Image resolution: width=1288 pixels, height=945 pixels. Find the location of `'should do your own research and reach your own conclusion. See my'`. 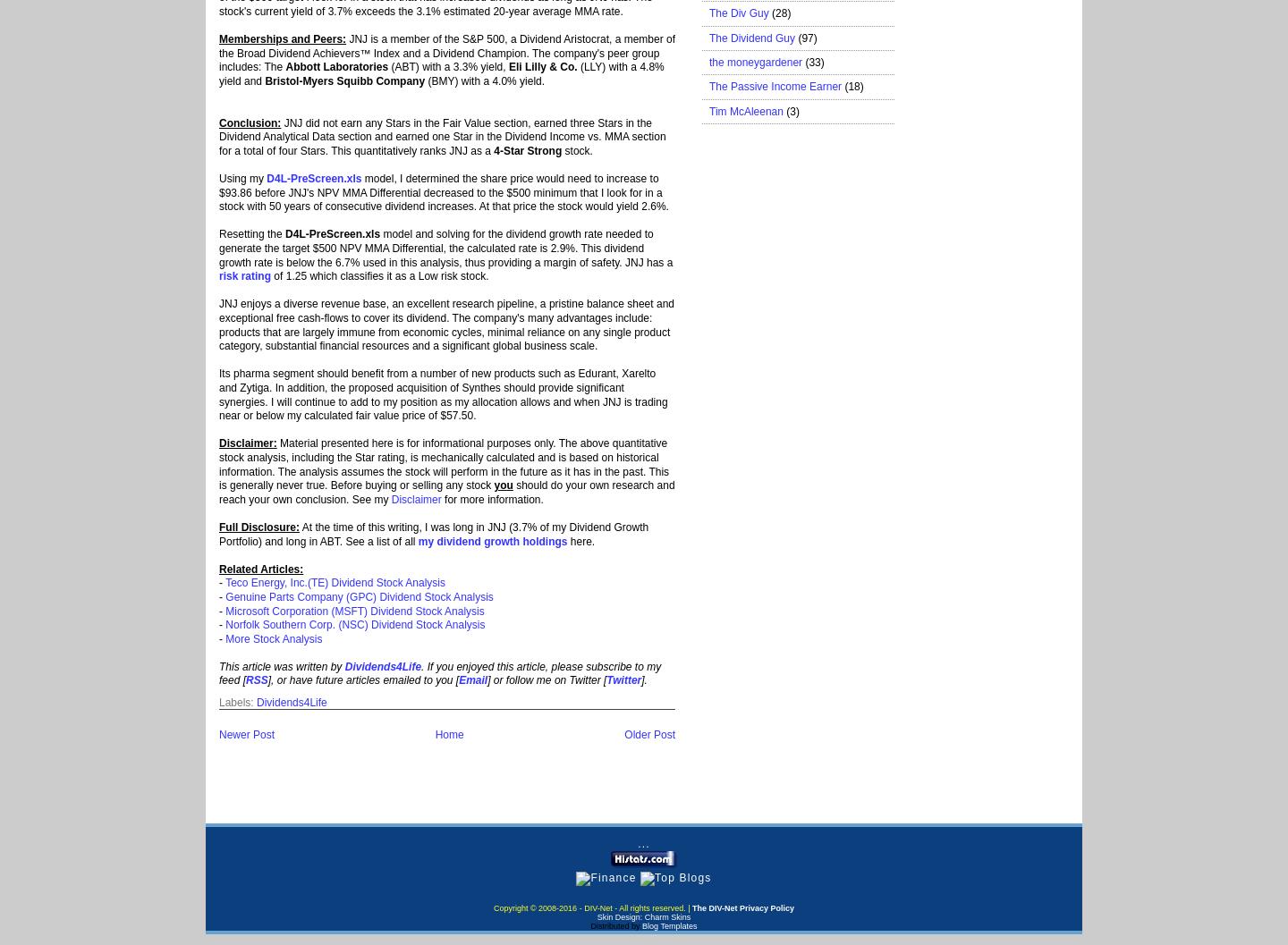

'should do your own research and reach your own conclusion. See my' is located at coordinates (445, 491).